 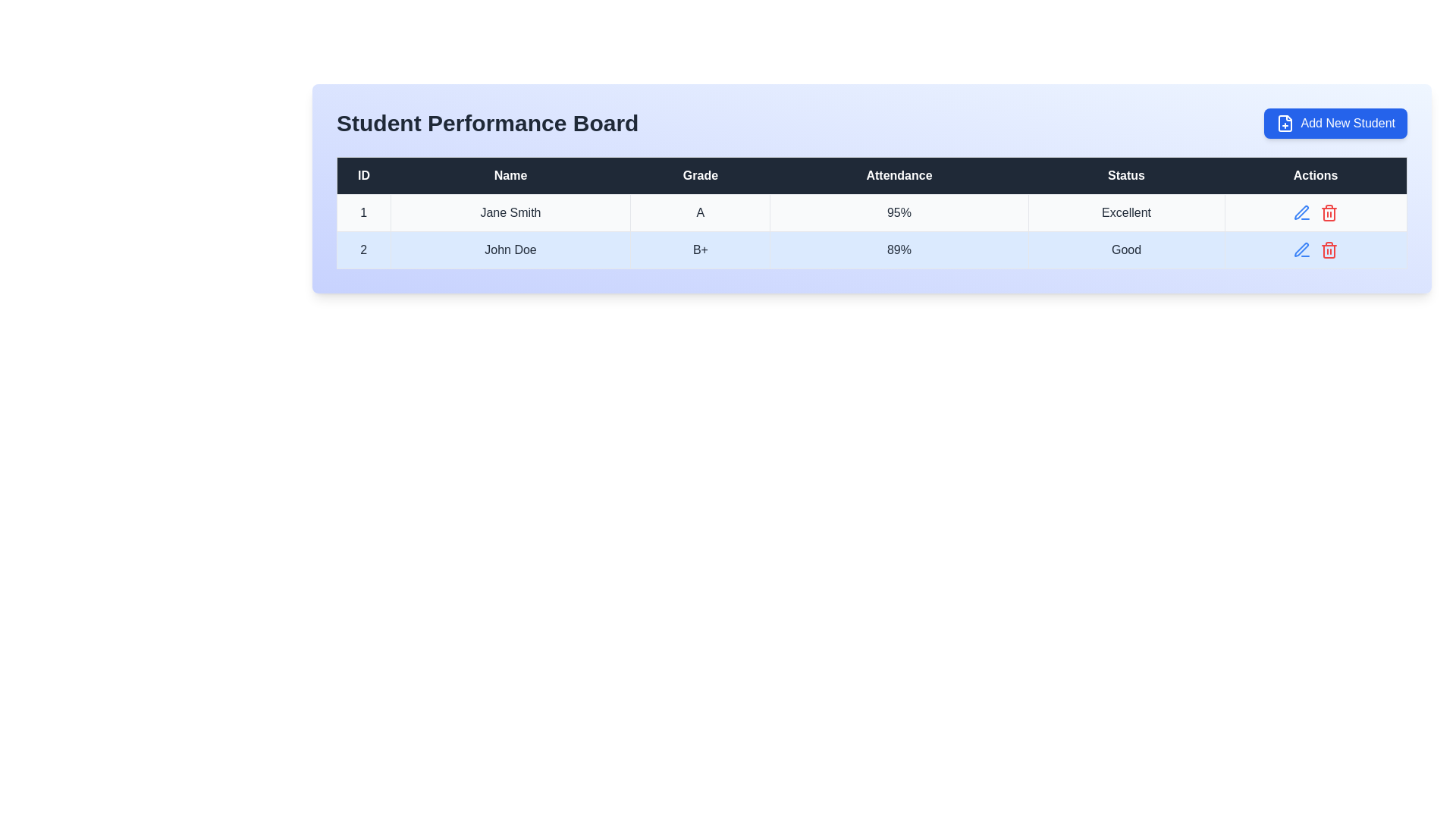 I want to click on the text label displaying '89%' in bold format within the light blue cell in the Attendance column, located in the fourth column of the second row of the table, so click(x=899, y=249).